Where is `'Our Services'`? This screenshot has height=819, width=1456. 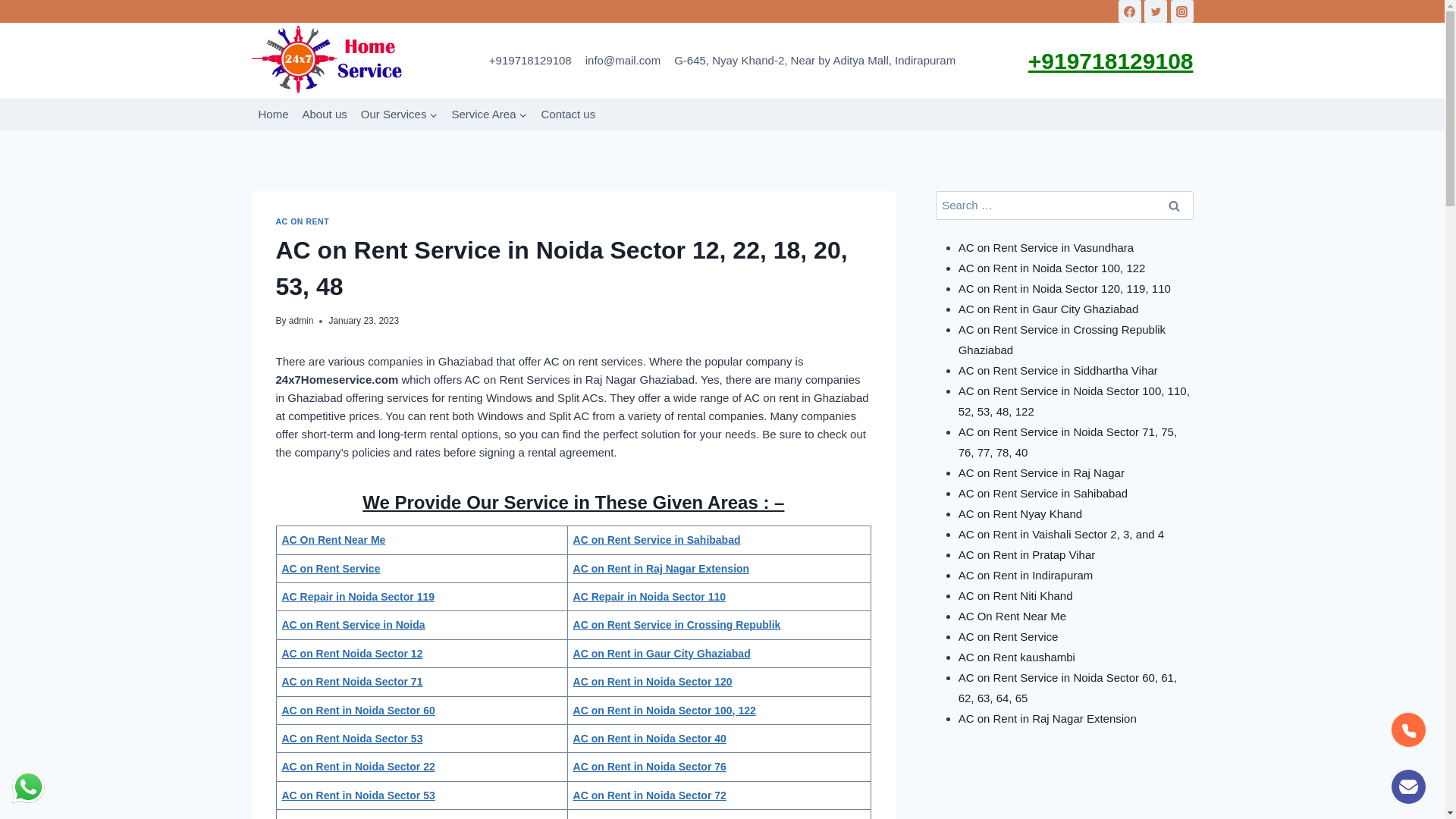 'Our Services' is located at coordinates (400, 113).